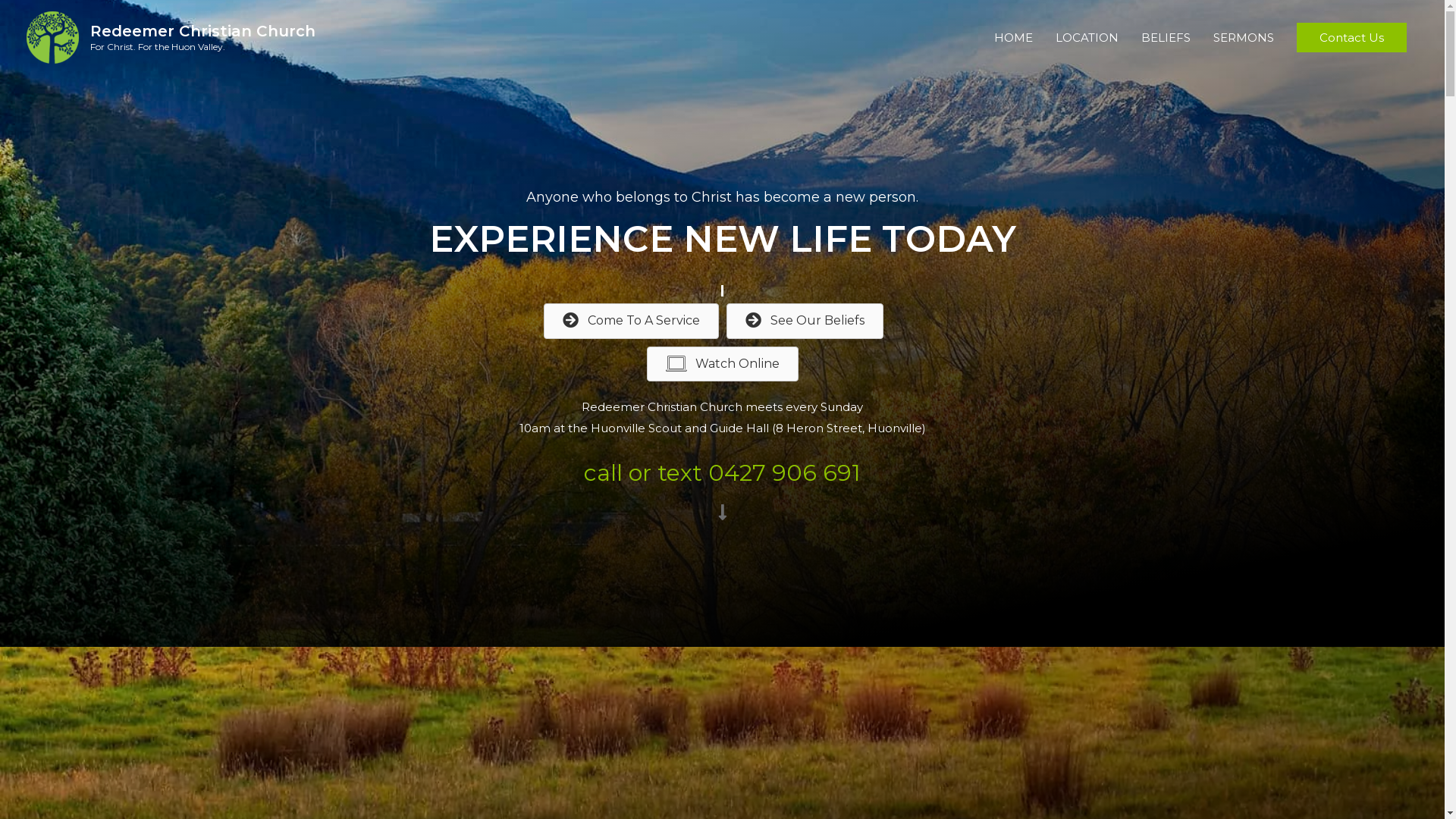 Image resolution: width=1456 pixels, height=819 pixels. I want to click on 'SERMONS', so click(1244, 37).